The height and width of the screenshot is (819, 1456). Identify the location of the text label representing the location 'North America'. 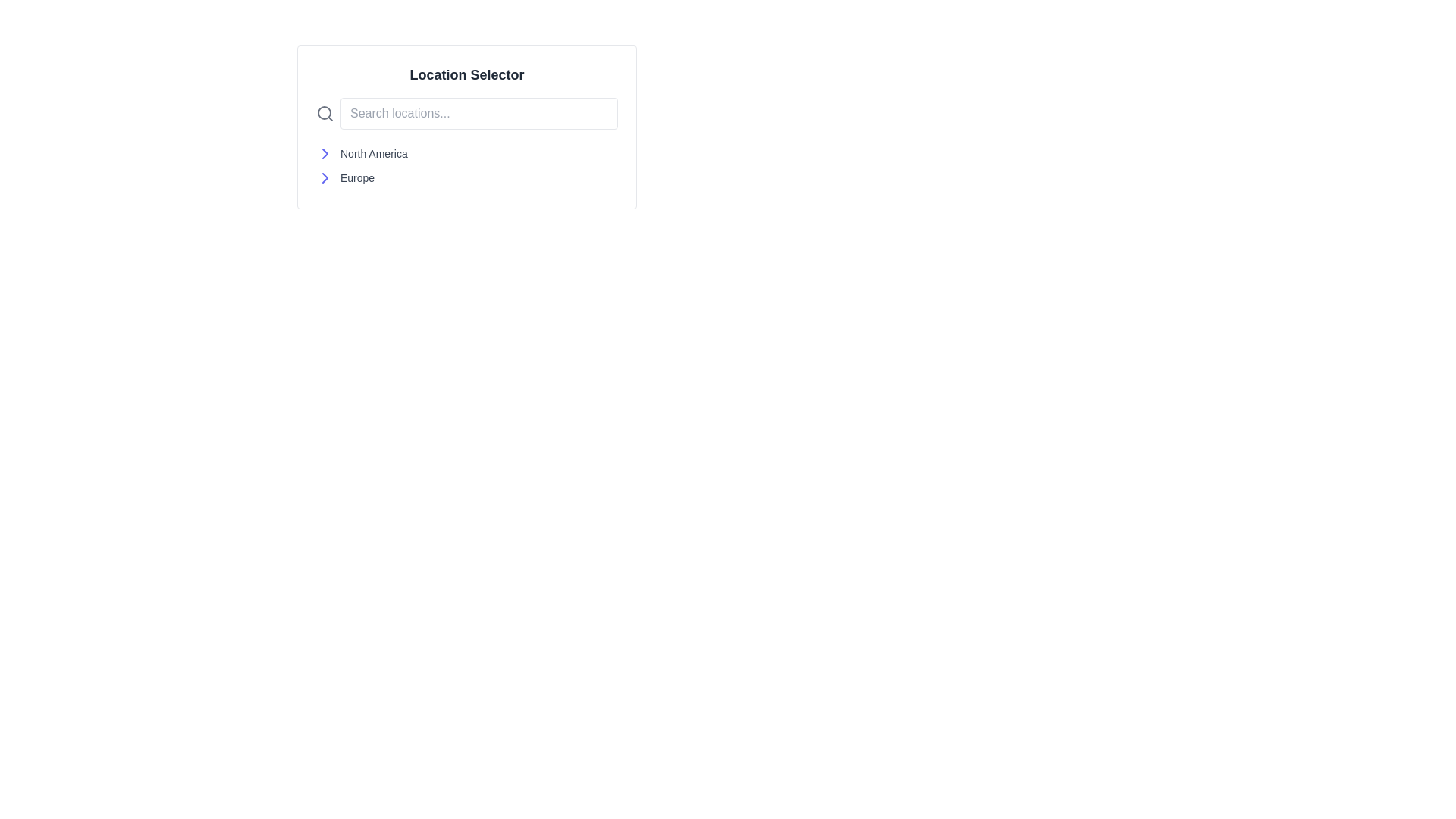
(374, 154).